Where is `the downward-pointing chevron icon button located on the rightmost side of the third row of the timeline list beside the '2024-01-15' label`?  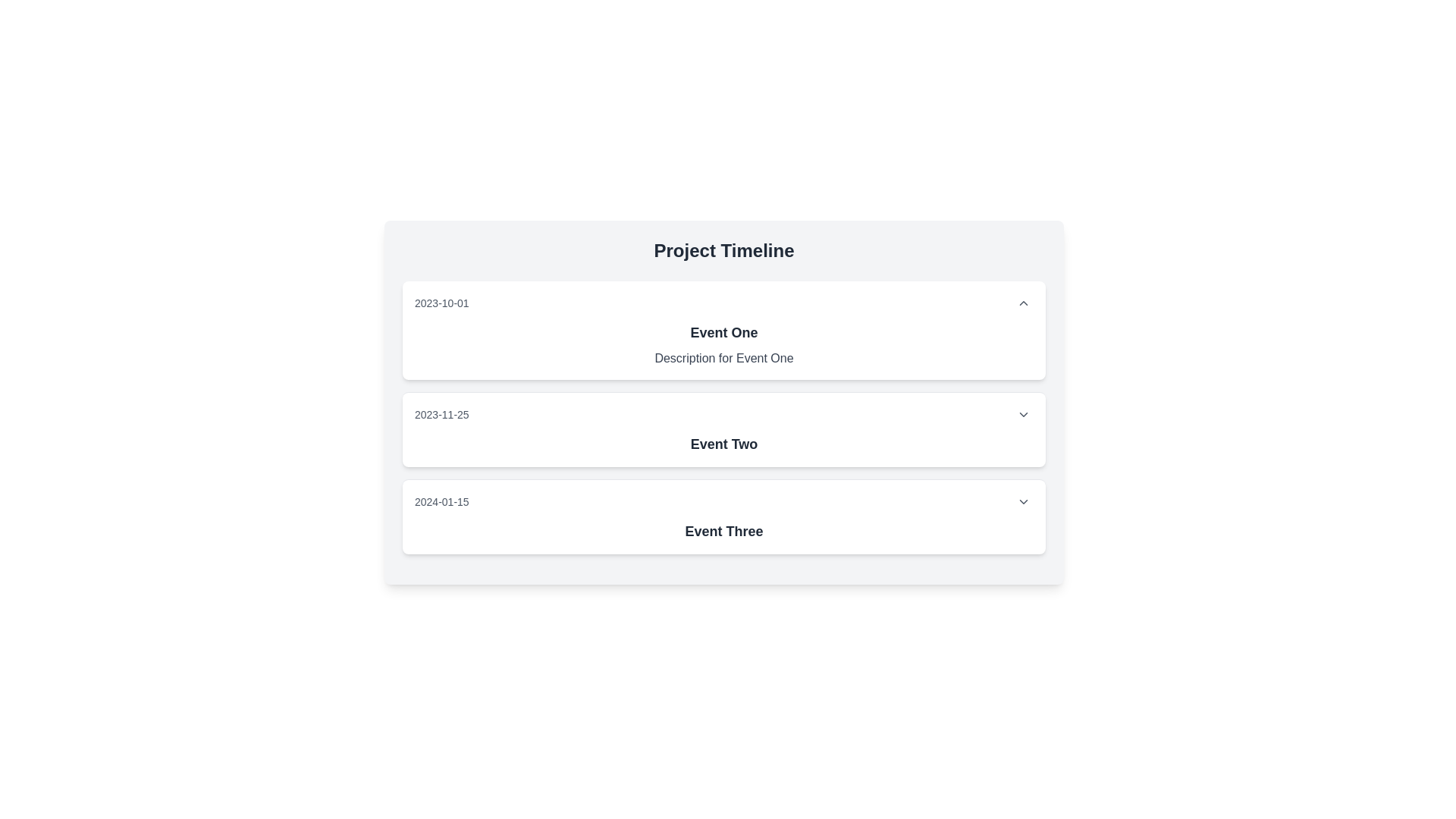 the downward-pointing chevron icon button located on the rightmost side of the third row of the timeline list beside the '2024-01-15' label is located at coordinates (1023, 502).